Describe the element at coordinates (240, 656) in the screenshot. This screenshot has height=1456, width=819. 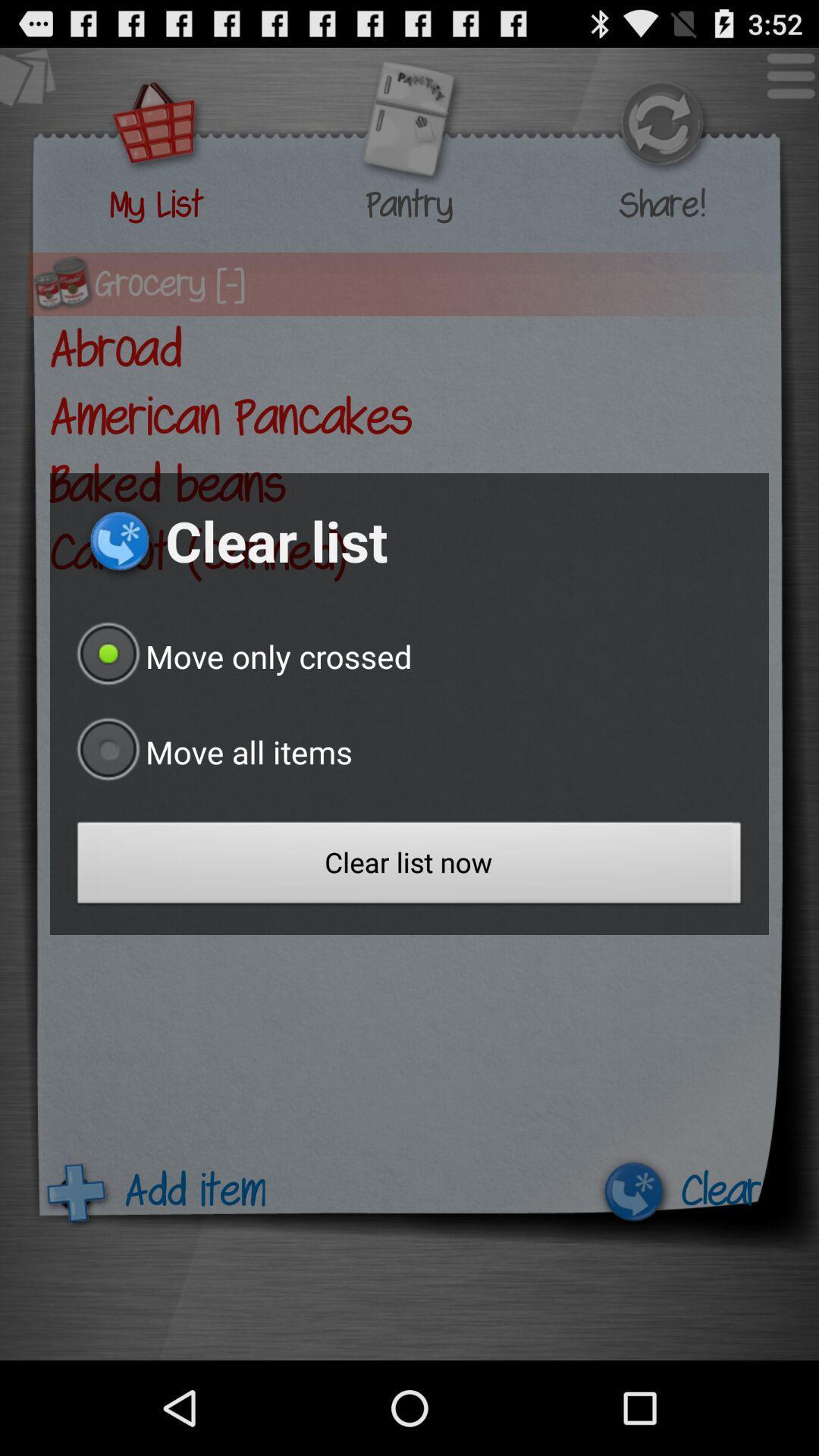
I see `move only crossed icon` at that location.